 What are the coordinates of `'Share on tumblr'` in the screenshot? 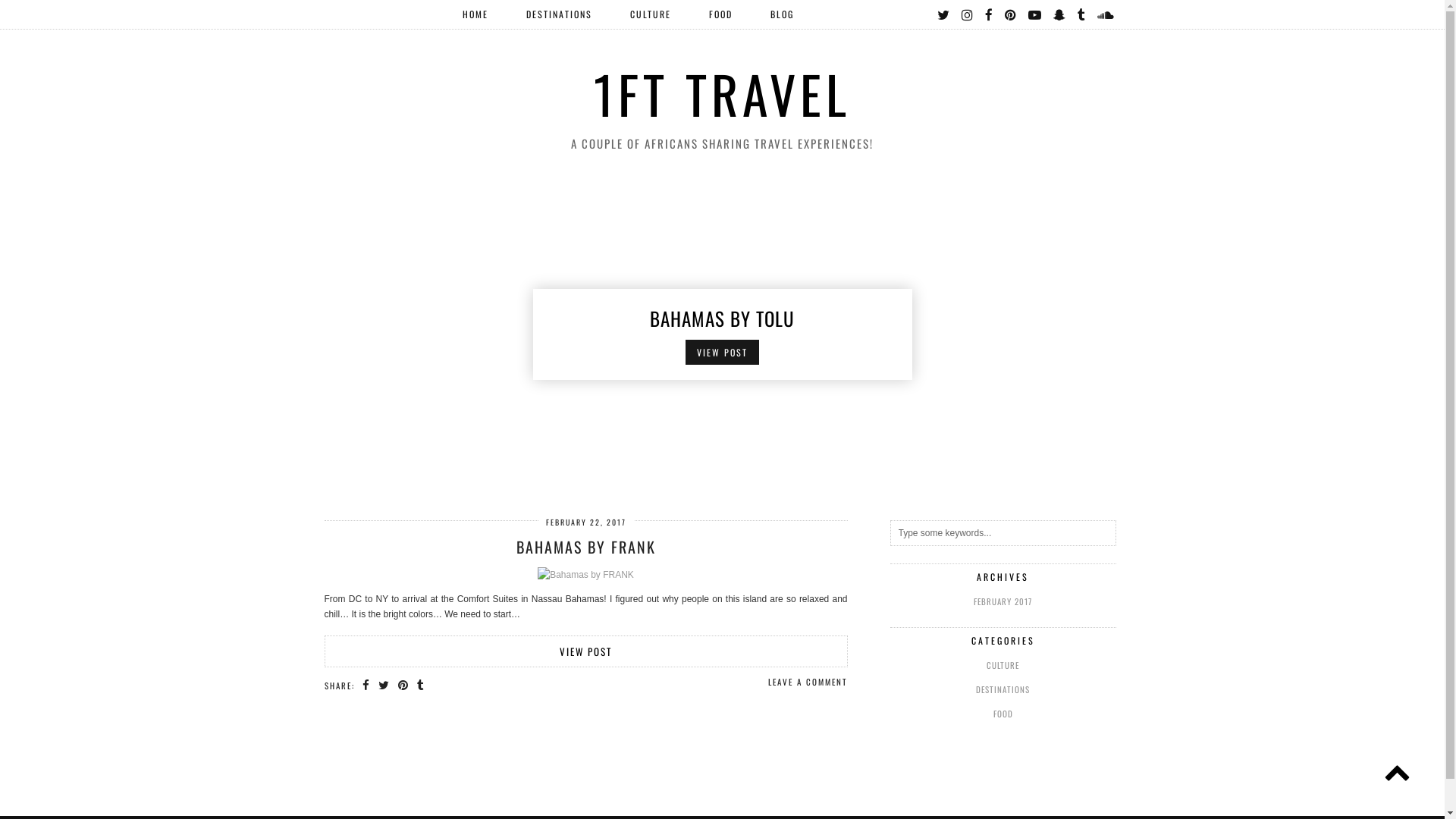 It's located at (417, 684).